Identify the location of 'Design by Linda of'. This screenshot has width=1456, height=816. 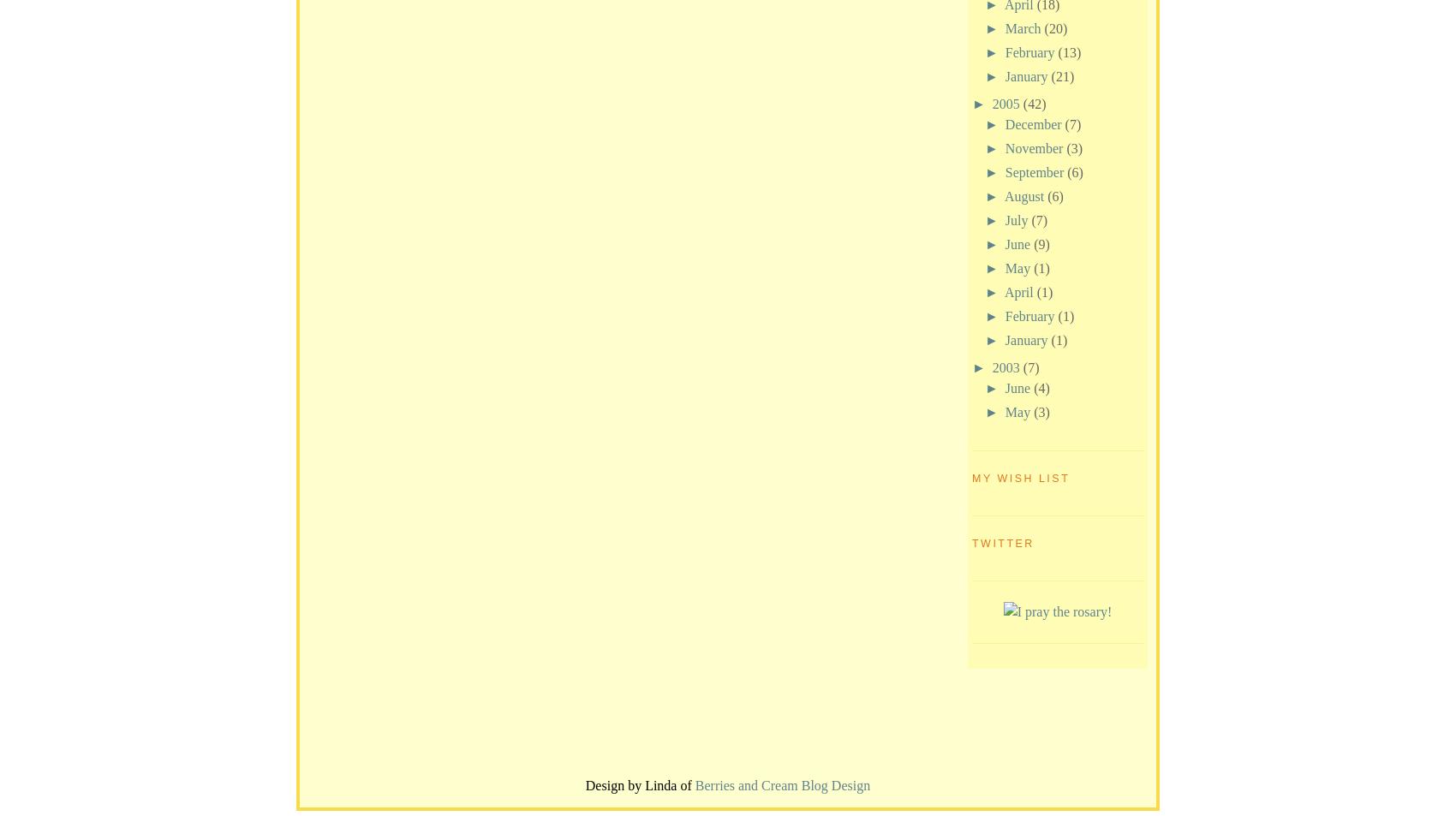
(638, 785).